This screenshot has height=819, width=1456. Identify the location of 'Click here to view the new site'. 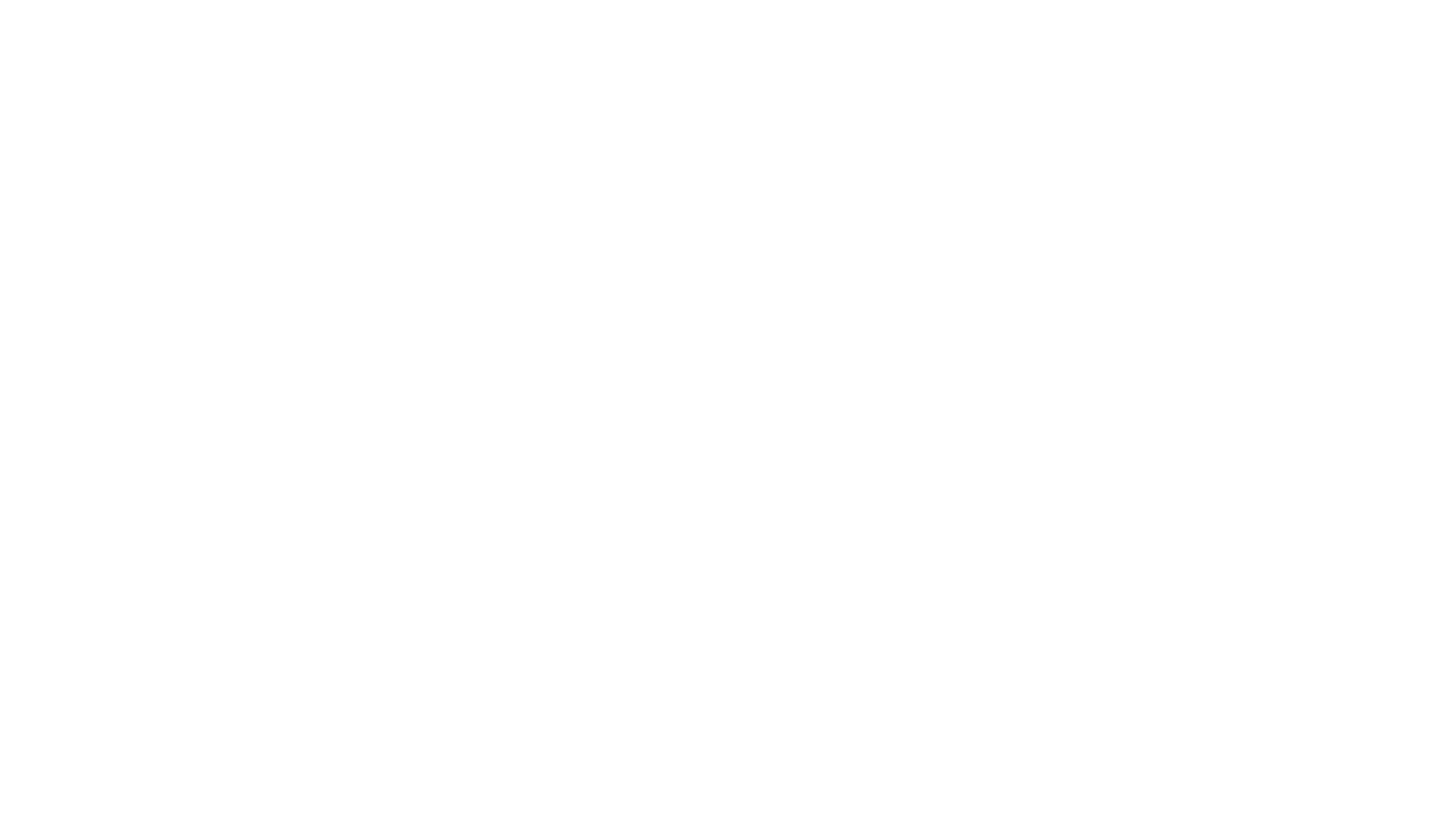
(728, 417).